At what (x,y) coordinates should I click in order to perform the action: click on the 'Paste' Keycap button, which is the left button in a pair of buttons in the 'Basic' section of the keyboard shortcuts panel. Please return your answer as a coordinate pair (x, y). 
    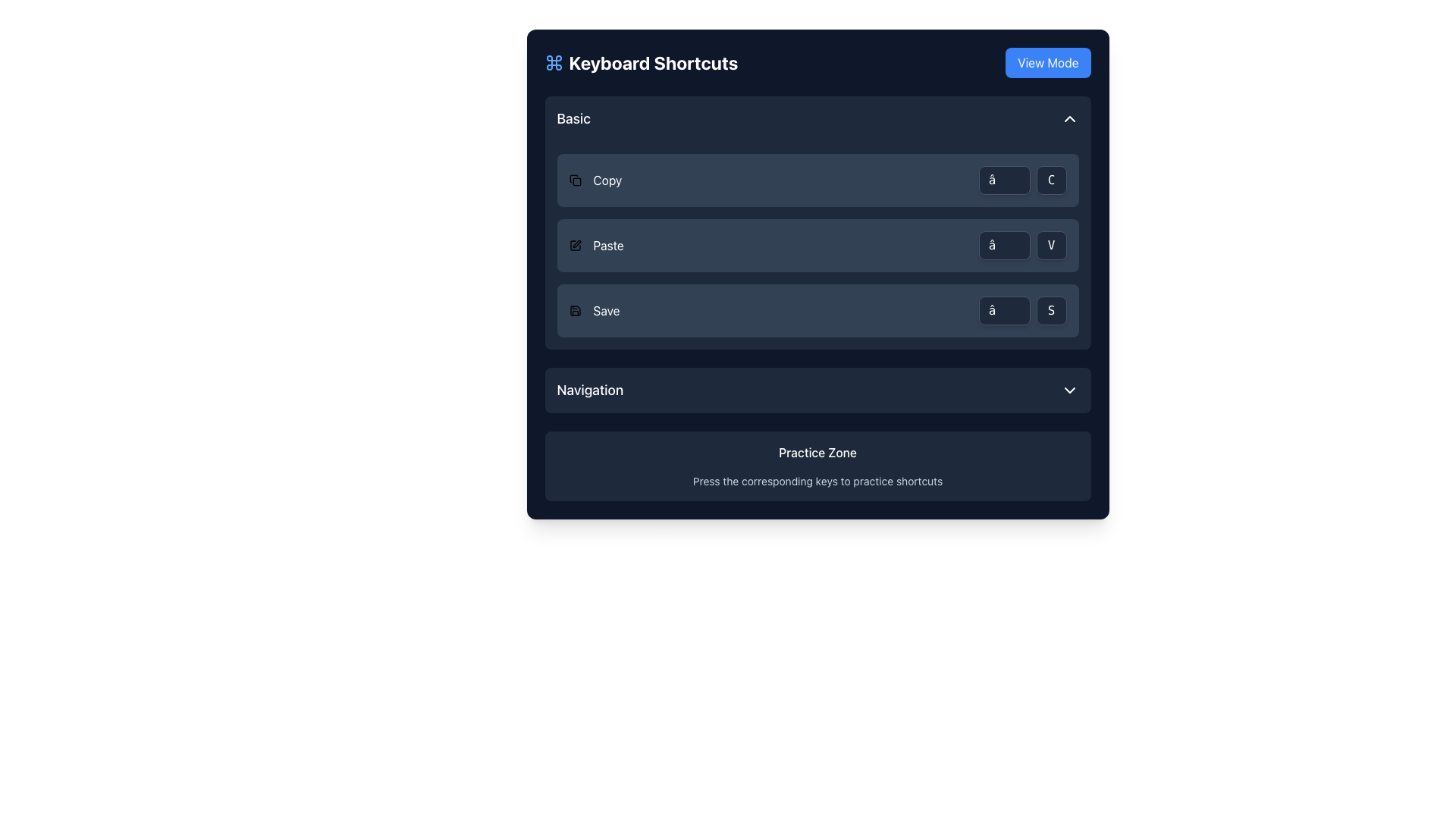
    Looking at the image, I should click on (1004, 245).